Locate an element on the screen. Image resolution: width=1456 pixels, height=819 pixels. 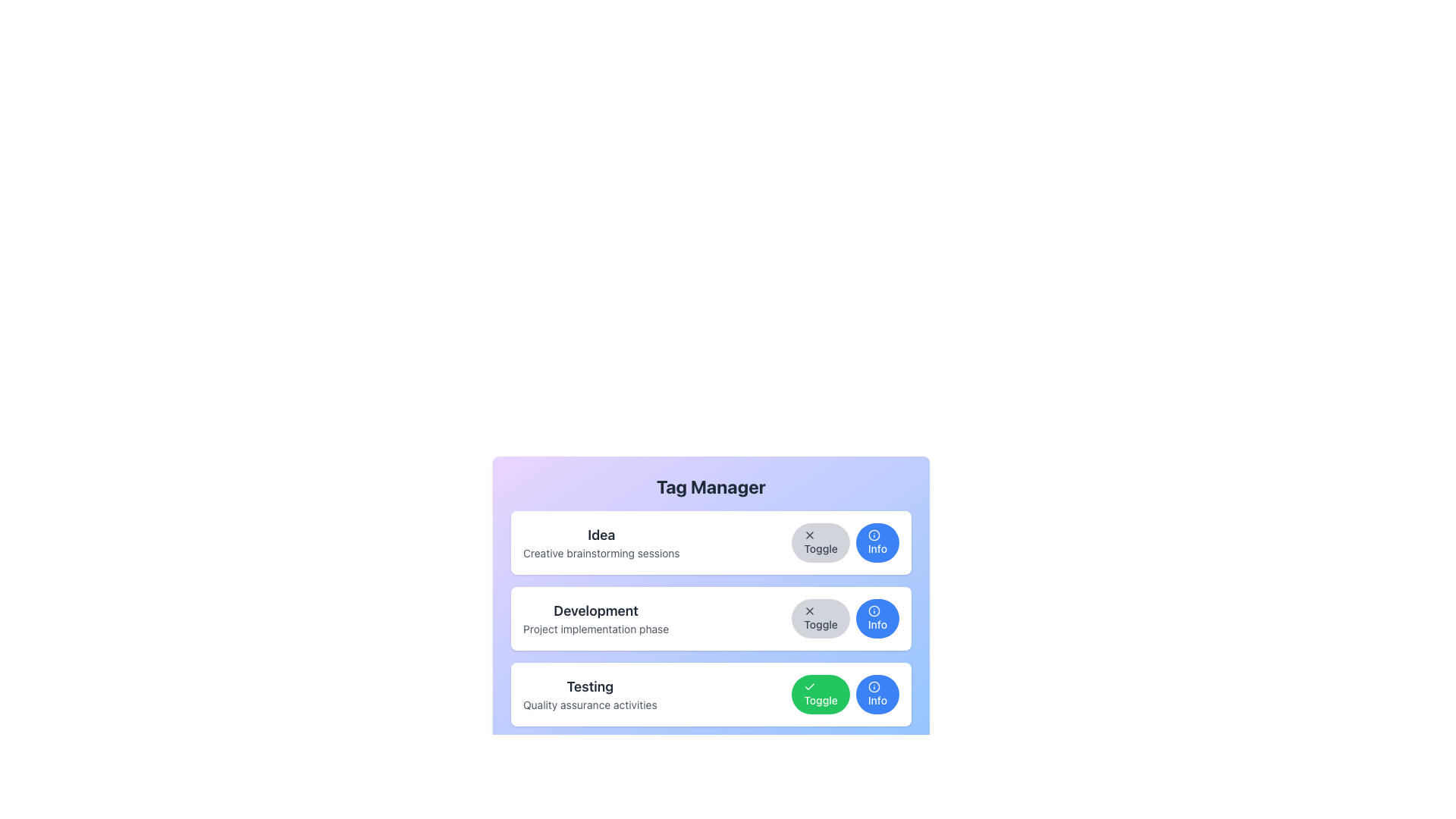
the text label that reads 'Development' and 'Project implementation phase', which is part of the second card in the vertical stack of cards is located at coordinates (595, 619).